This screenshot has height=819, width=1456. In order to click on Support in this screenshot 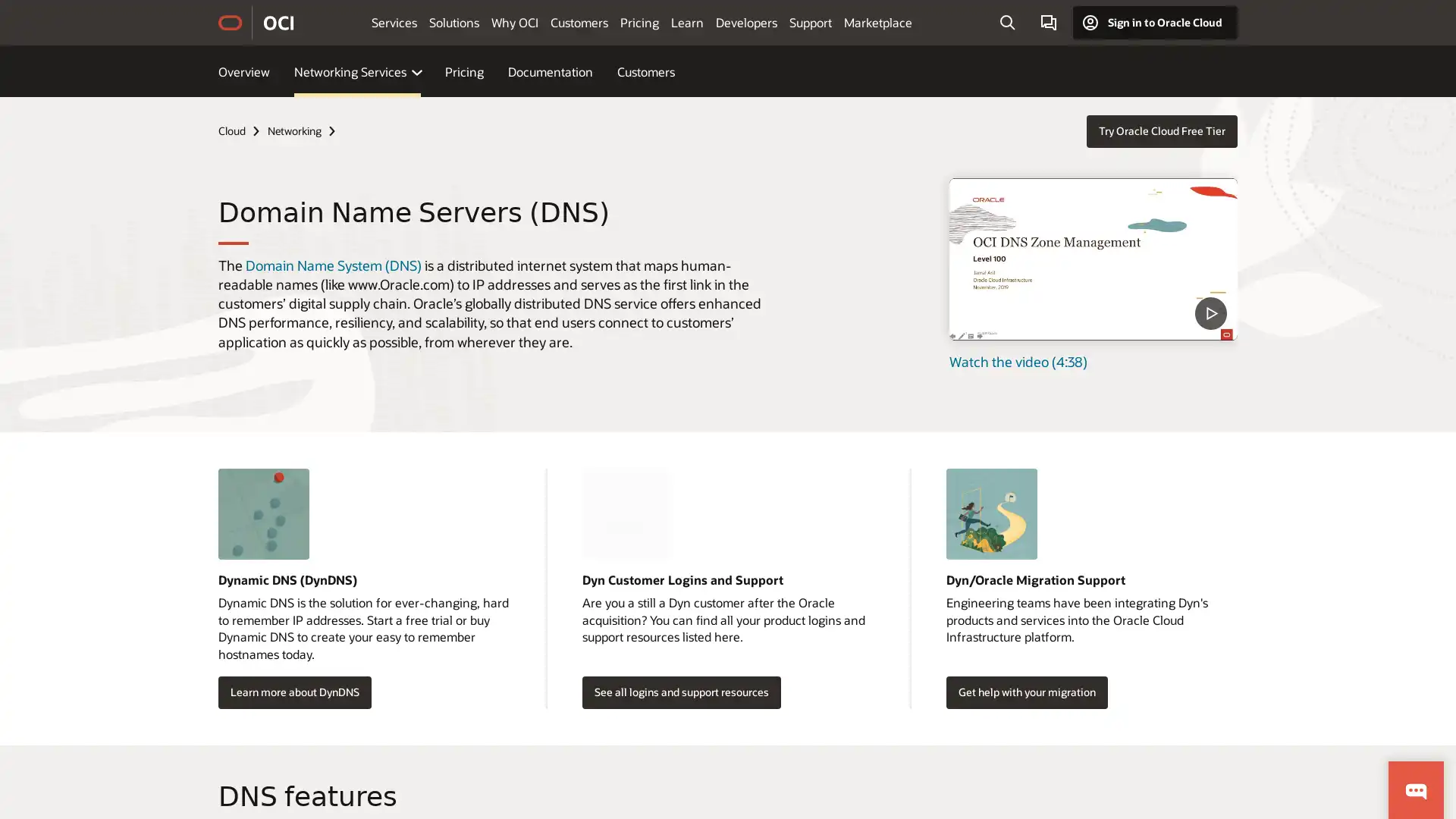, I will do `click(810, 22)`.